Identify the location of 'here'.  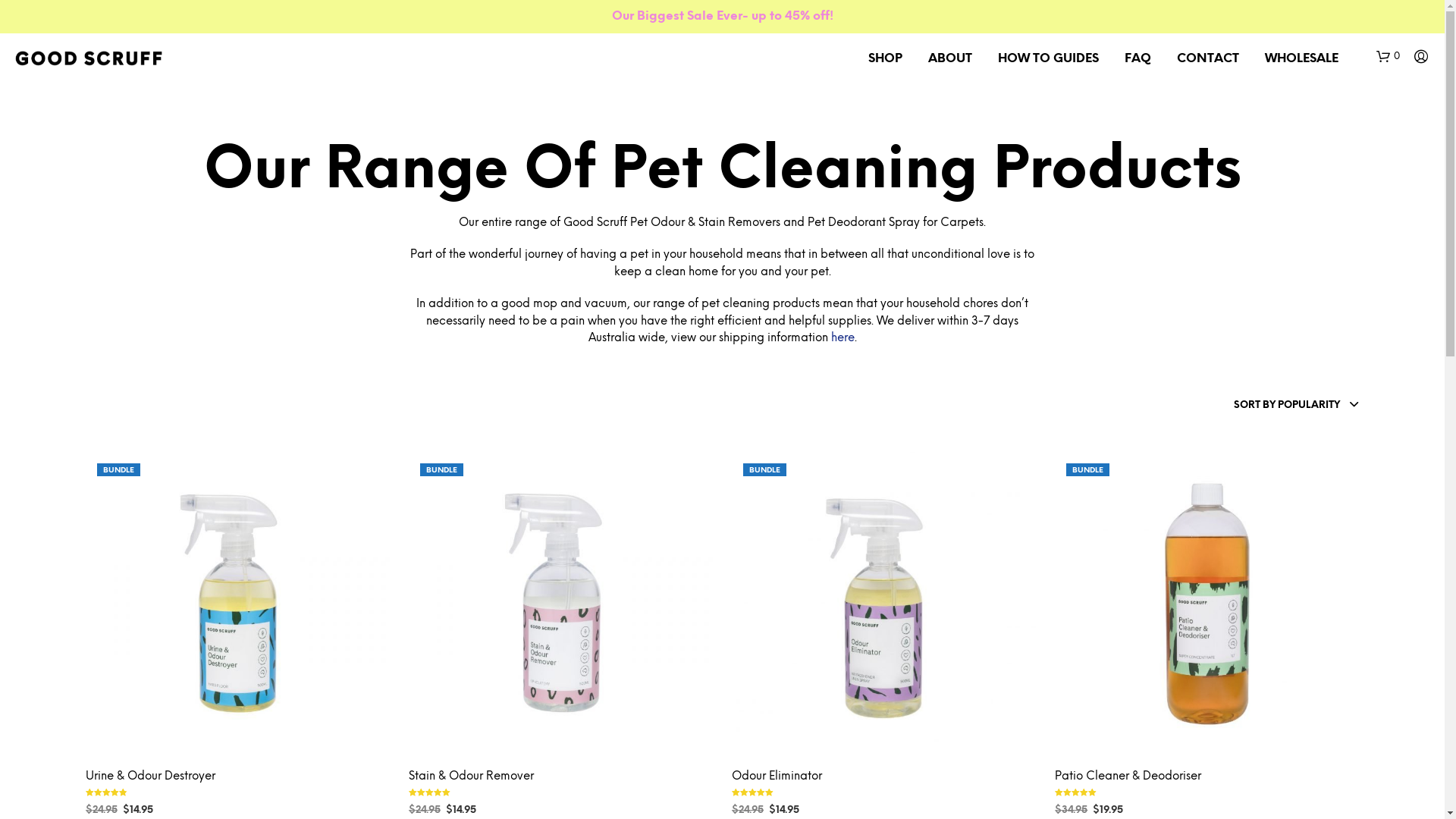
(842, 337).